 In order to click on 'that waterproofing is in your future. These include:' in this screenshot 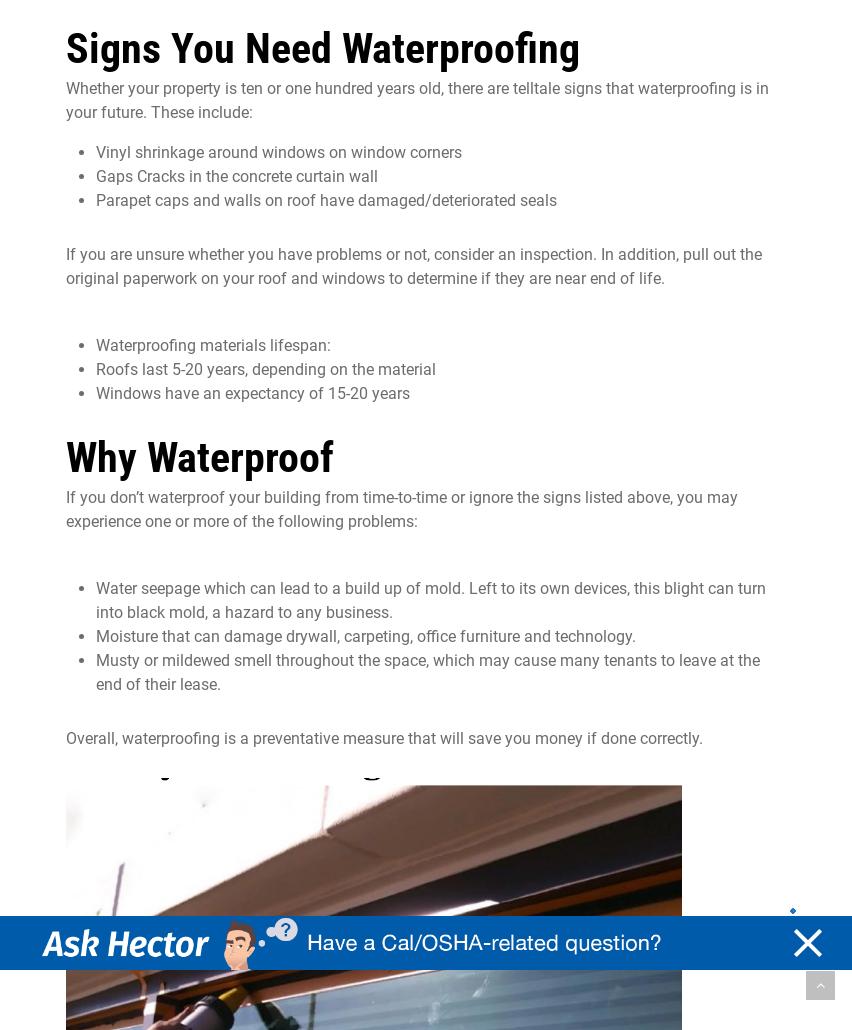, I will do `click(417, 99)`.